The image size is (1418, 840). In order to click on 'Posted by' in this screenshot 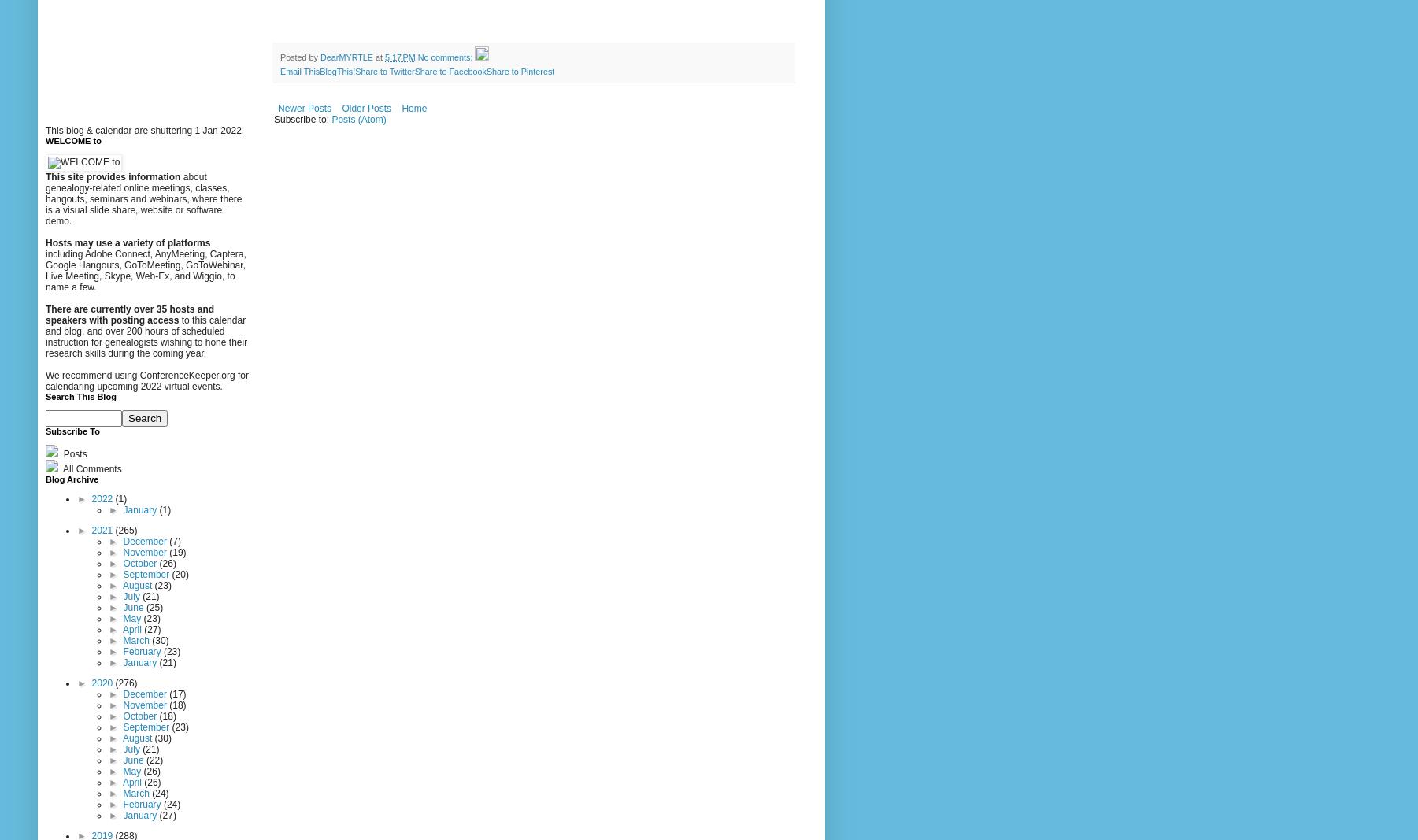, I will do `click(300, 56)`.